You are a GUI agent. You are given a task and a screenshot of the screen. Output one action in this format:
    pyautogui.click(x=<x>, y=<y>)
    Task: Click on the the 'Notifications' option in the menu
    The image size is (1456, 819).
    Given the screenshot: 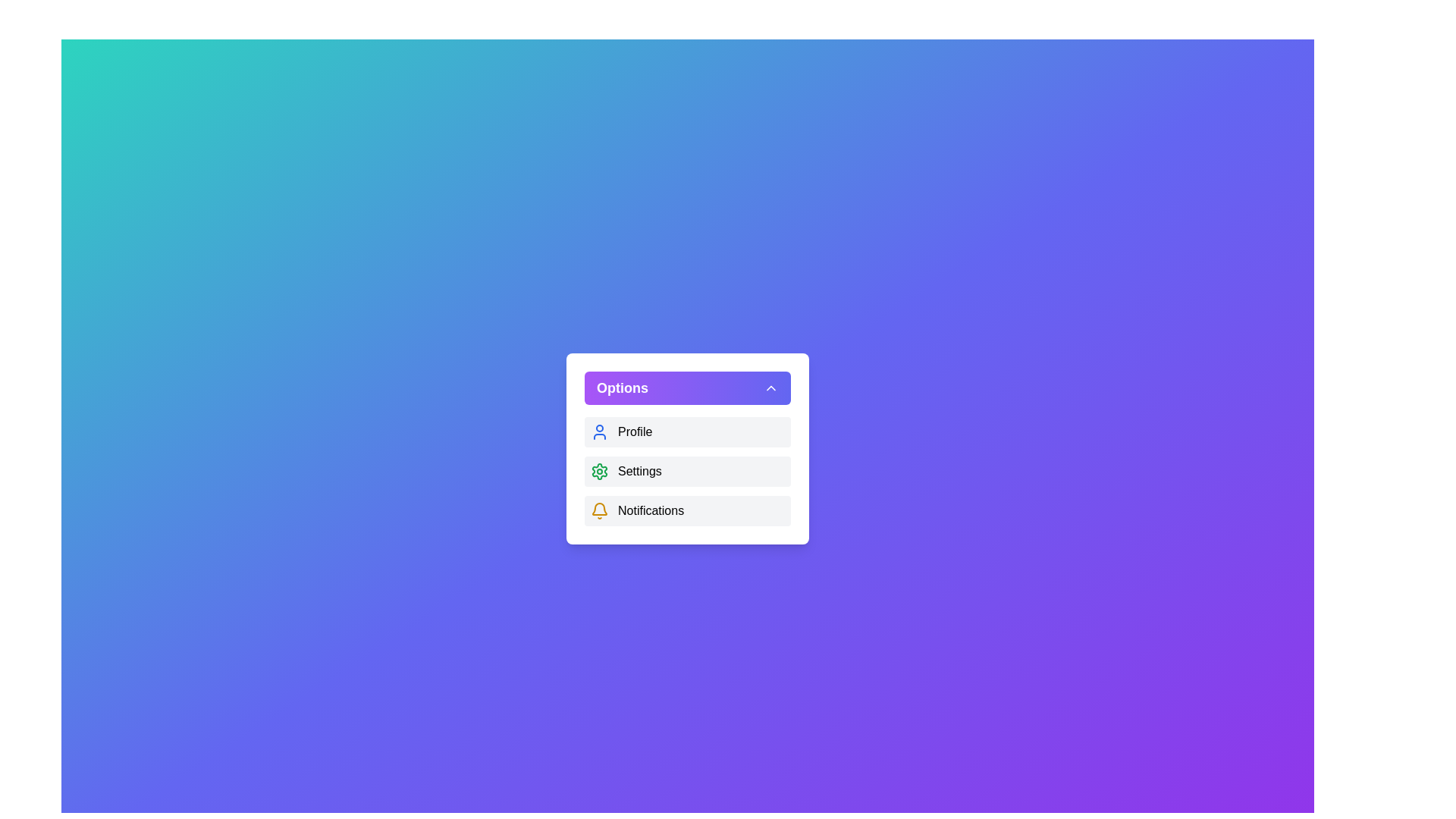 What is the action you would take?
    pyautogui.click(x=687, y=511)
    